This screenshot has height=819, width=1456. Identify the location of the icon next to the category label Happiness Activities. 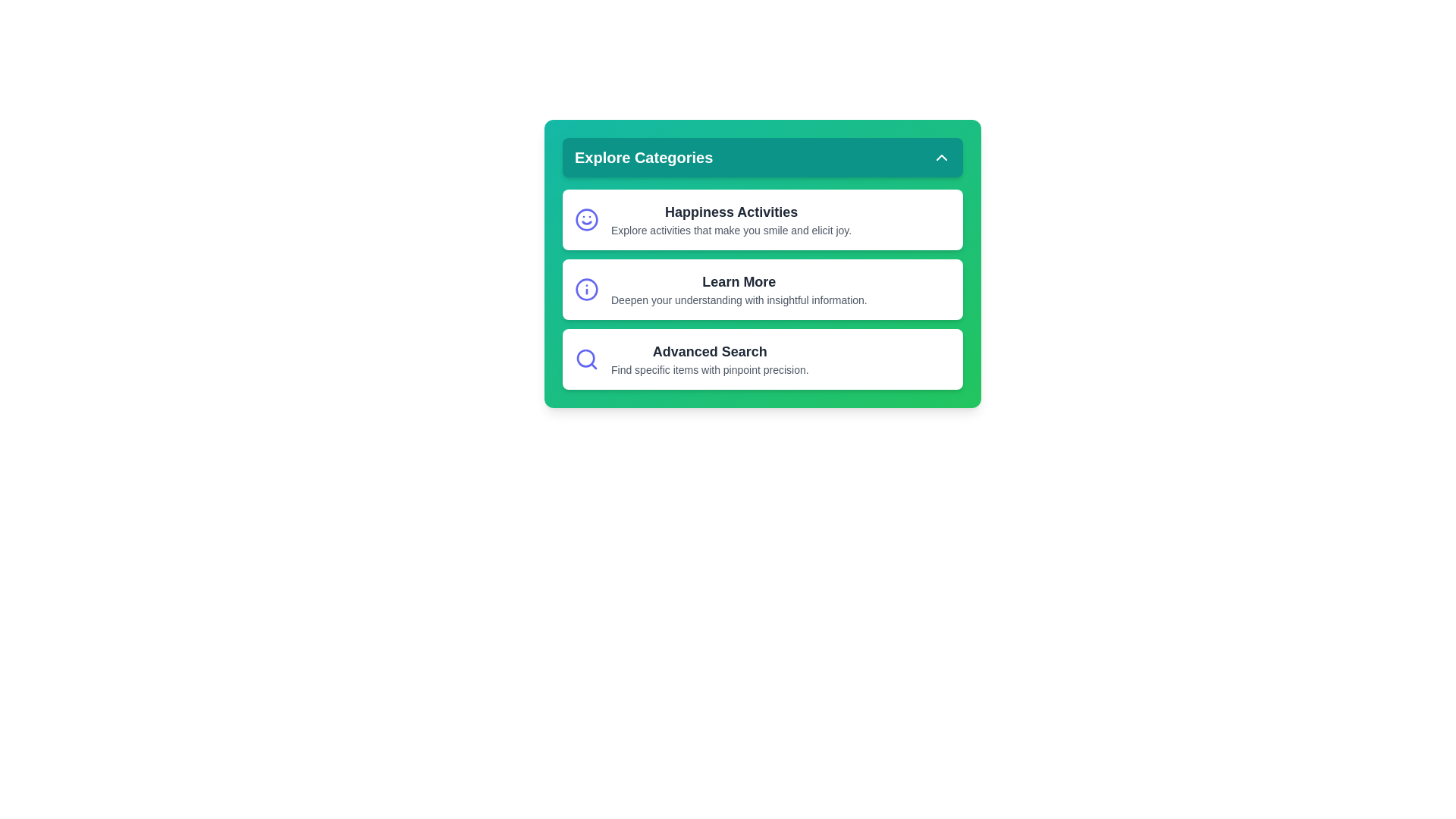
(585, 219).